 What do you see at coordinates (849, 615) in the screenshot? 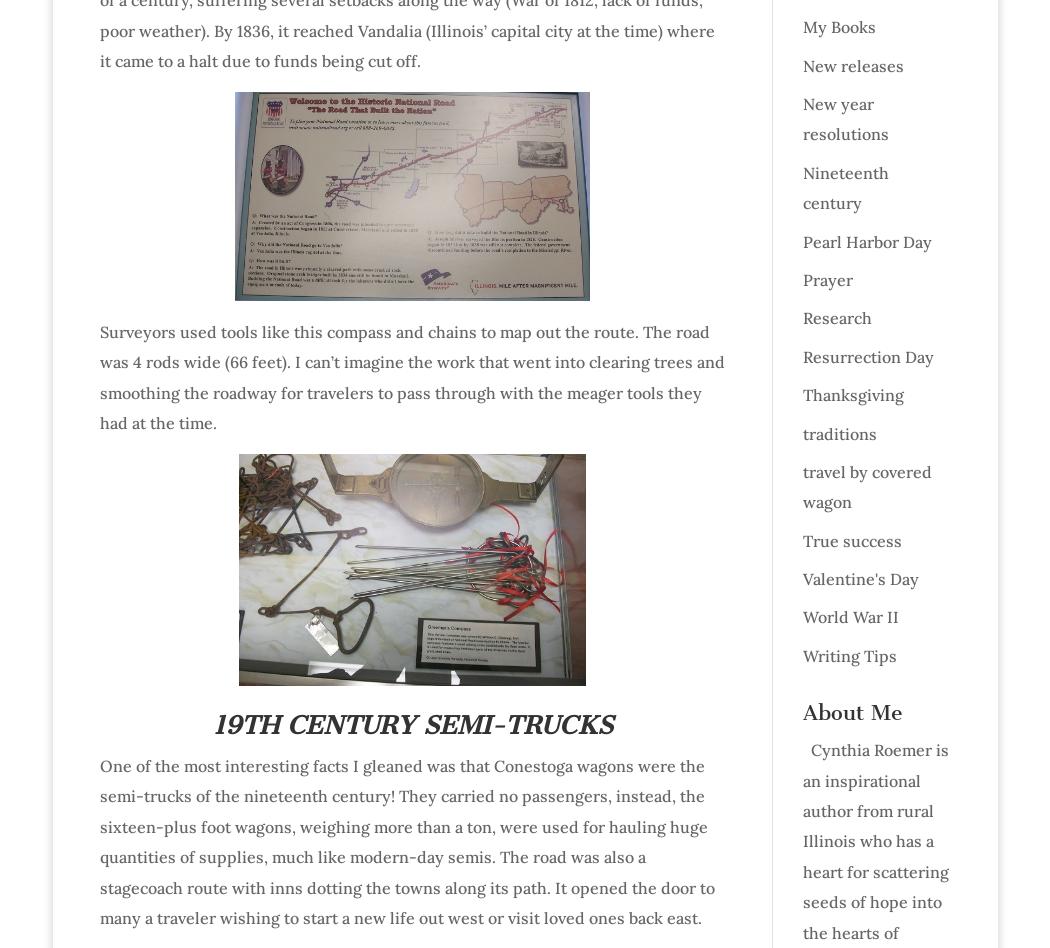
I see `'World War II'` at bounding box center [849, 615].